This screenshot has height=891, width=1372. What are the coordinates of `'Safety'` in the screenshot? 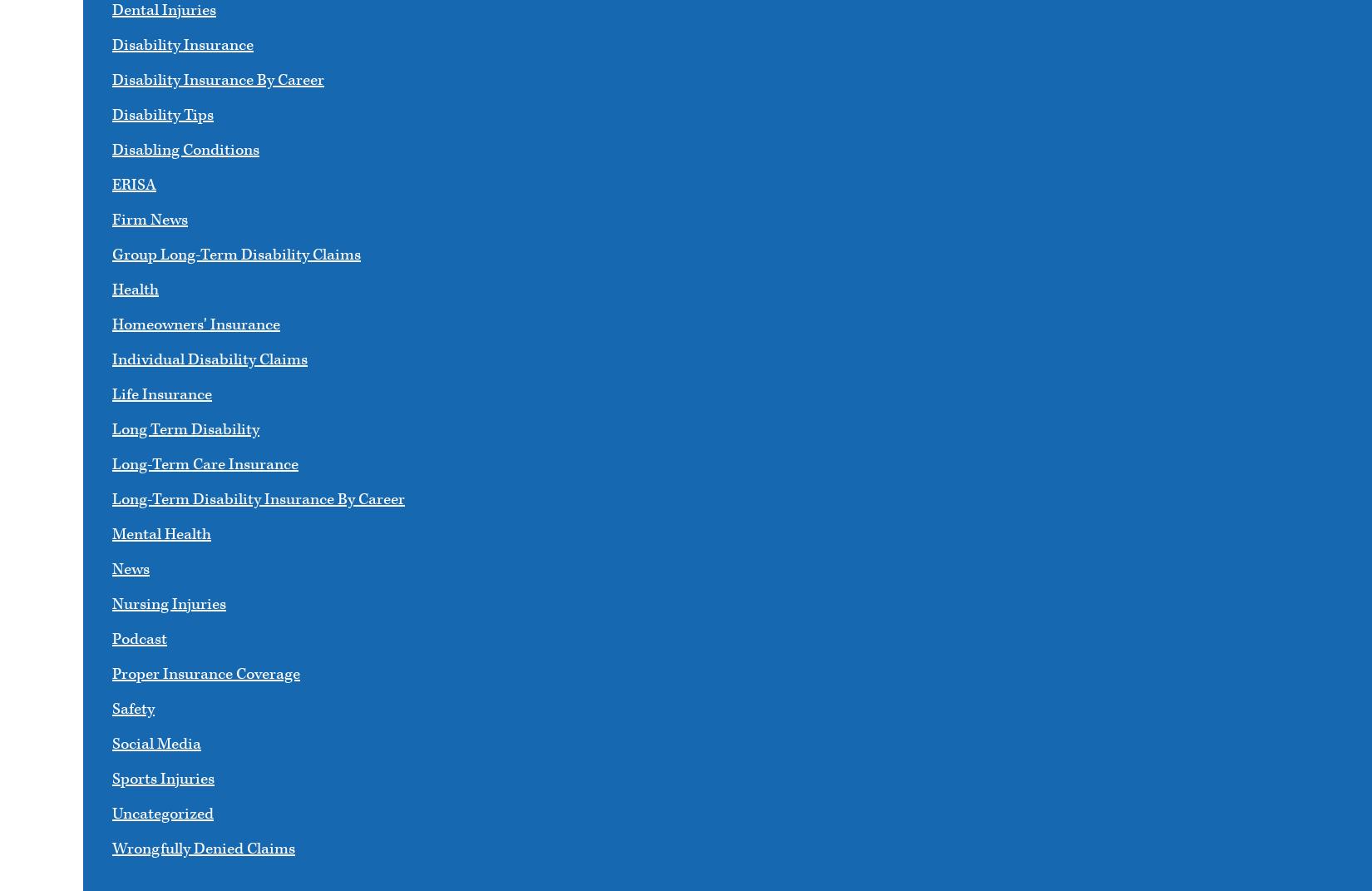 It's located at (133, 709).